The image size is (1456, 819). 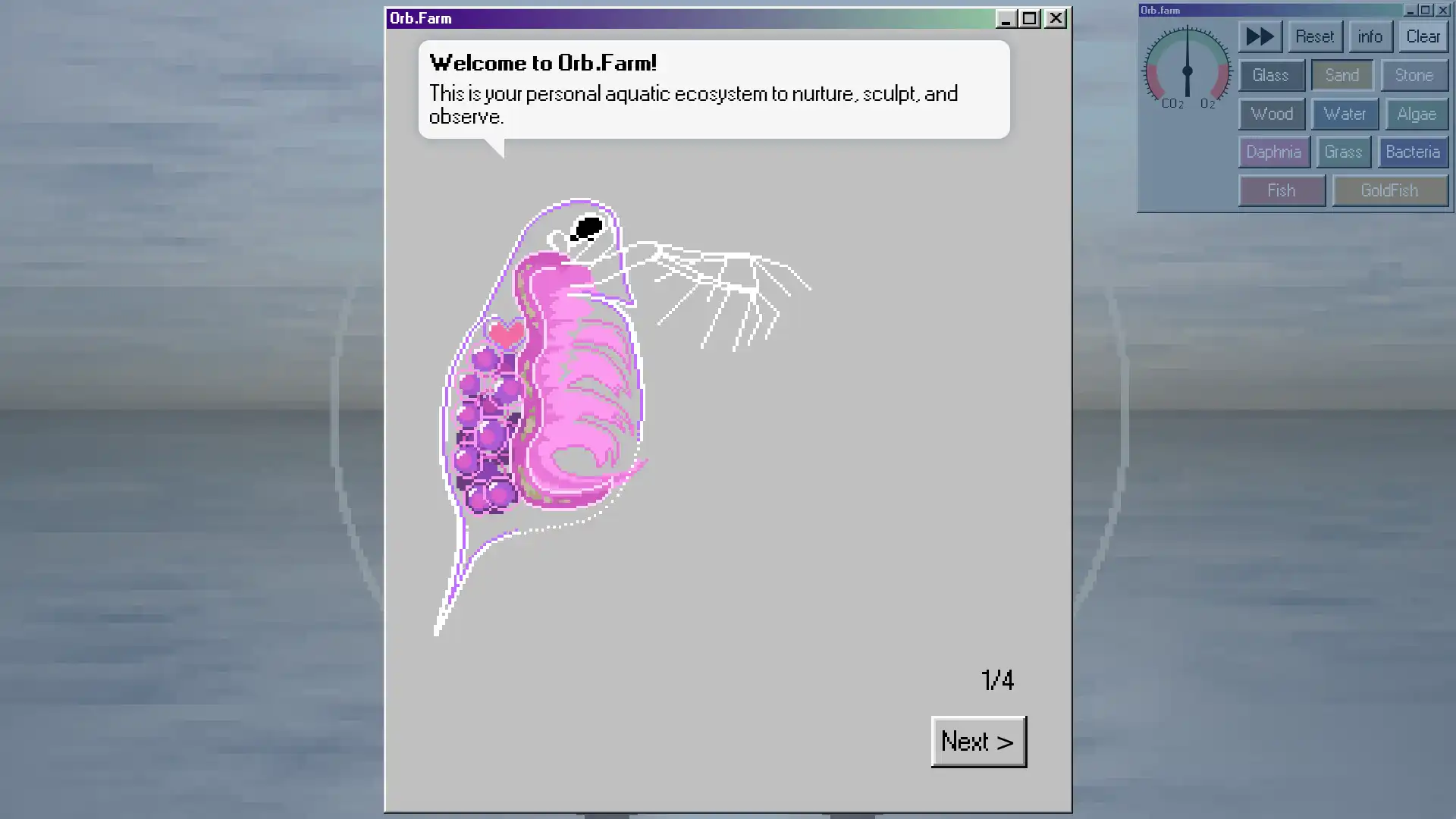 What do you see at coordinates (731, 19) in the screenshot?
I see `info` at bounding box center [731, 19].